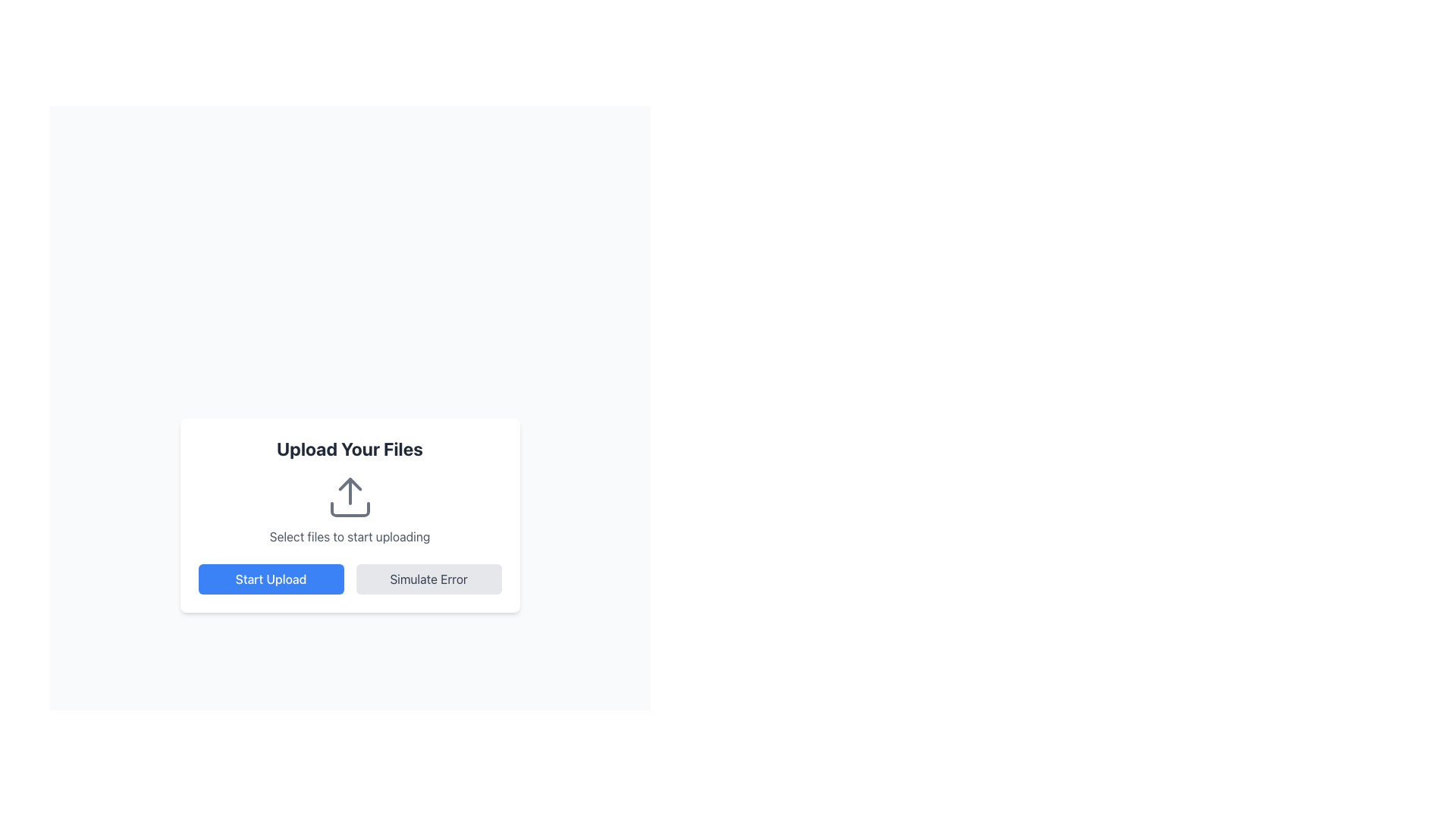 The width and height of the screenshot is (1456, 819). I want to click on the file upload icon located centrally above the text 'Select files to start uploading' and below 'Upload Your Files', so click(349, 497).